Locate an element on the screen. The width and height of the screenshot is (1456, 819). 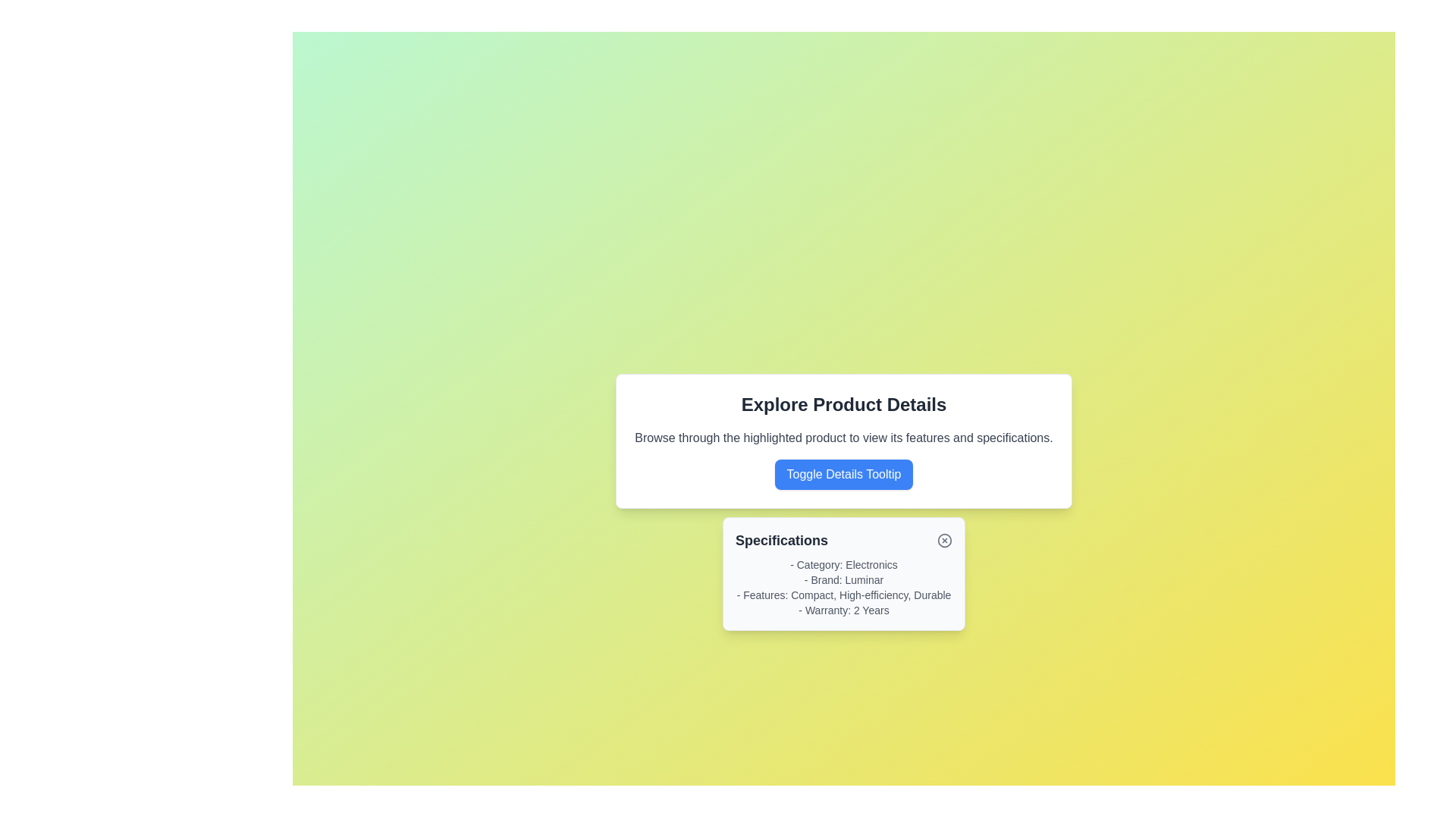
the text label displaying '- Features: Compact, High-efficiency, Durable' within the 'Specifications' box, located beneath '- Brand: Luminar' is located at coordinates (843, 595).